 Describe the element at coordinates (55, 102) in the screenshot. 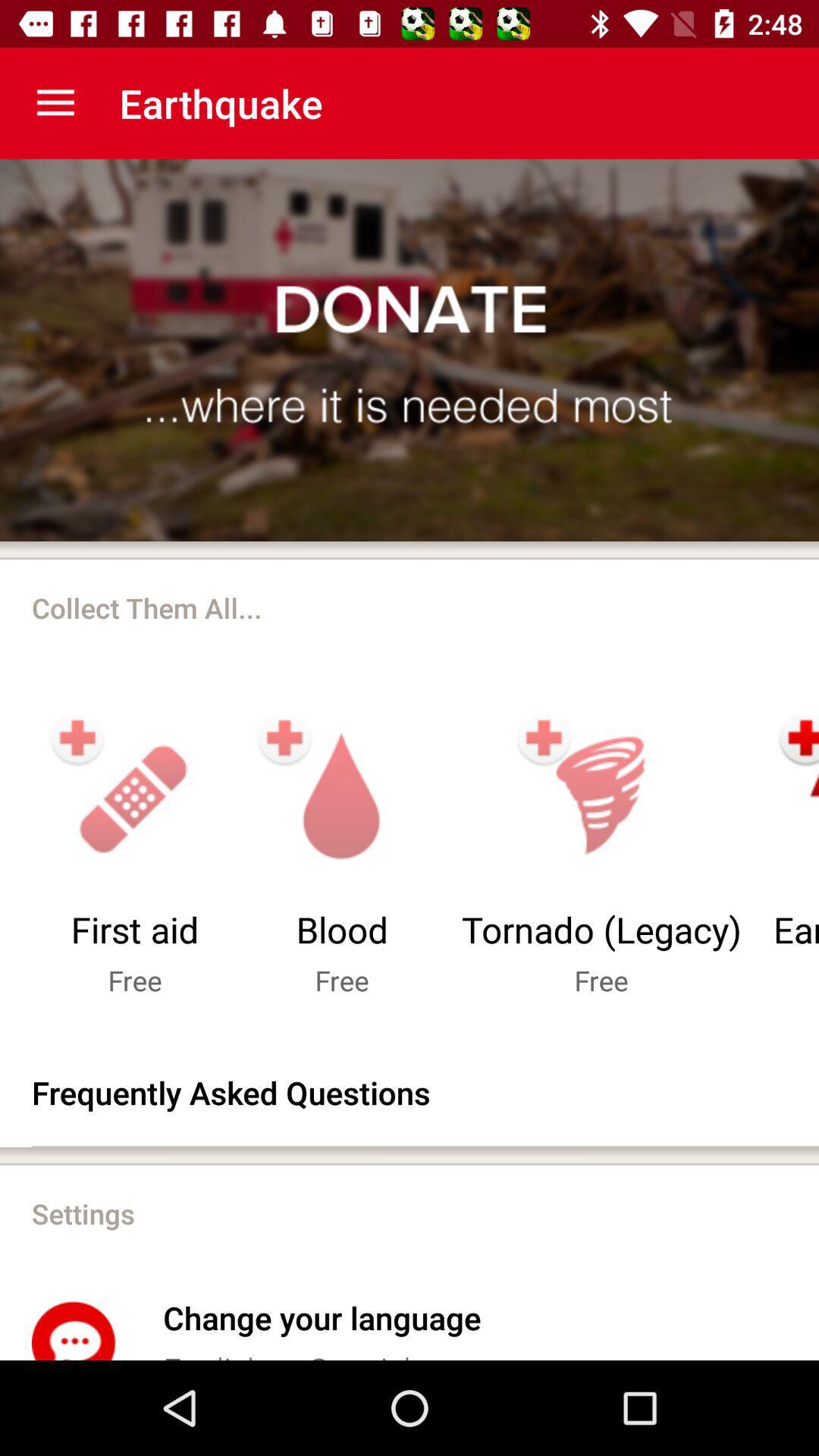

I see `app next to the earthquake icon` at that location.